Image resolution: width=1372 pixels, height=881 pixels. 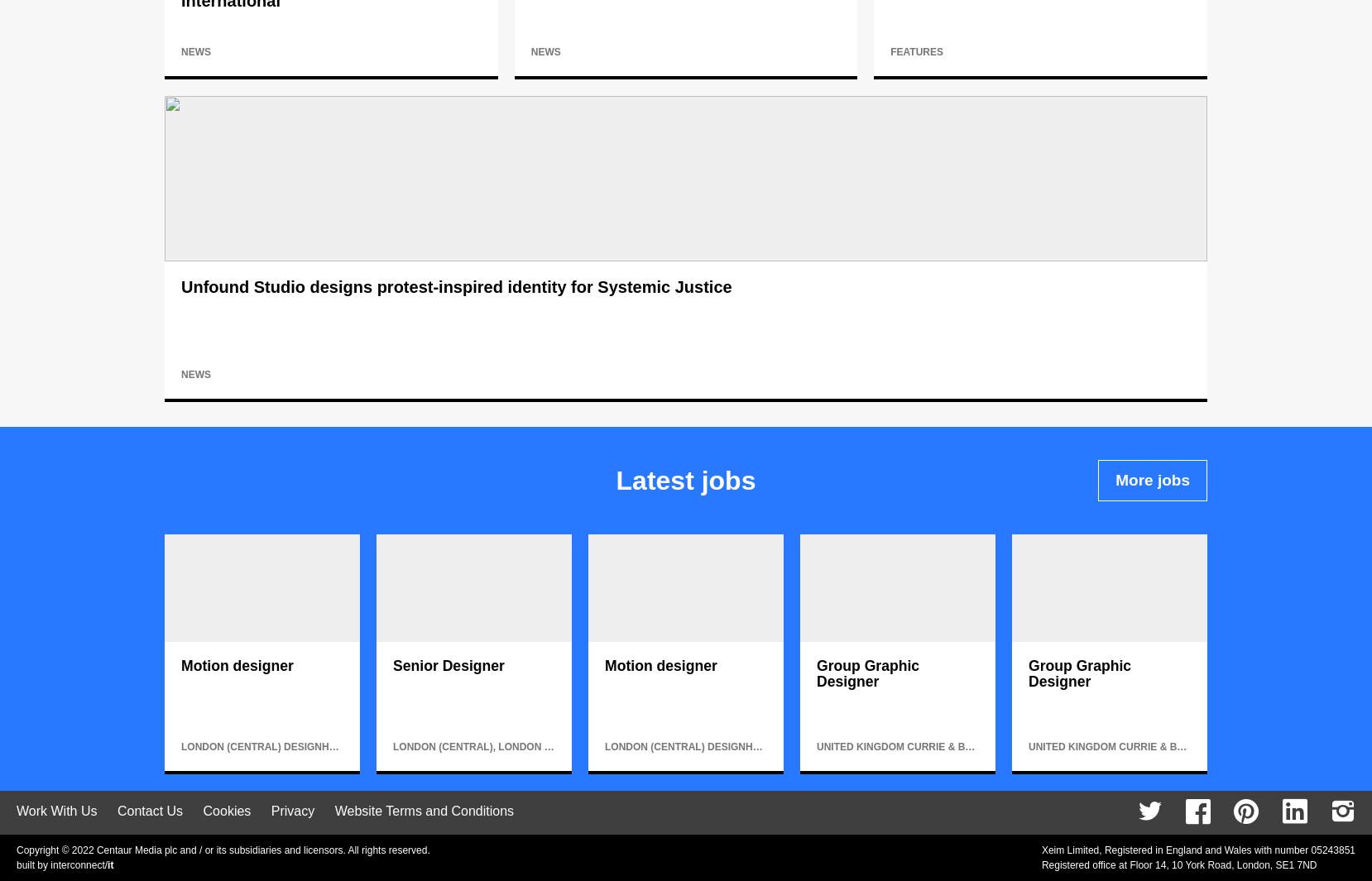 I want to click on 'Copyright © 2022 Centaur Media plc and / or its subsidiaries and licensors. All rights reserved.', so click(x=223, y=850).